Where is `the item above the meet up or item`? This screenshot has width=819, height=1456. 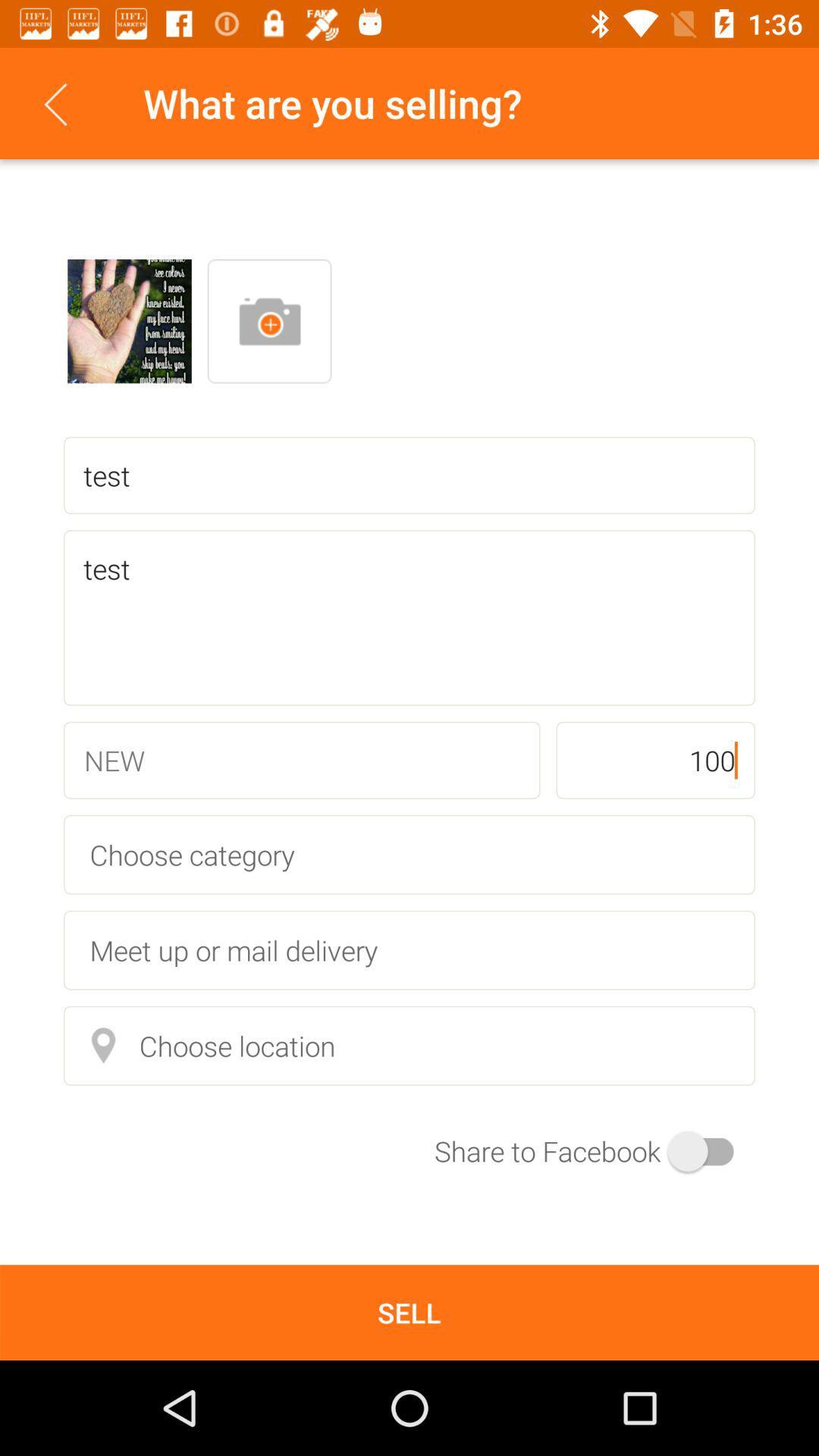 the item above the meet up or item is located at coordinates (409, 855).